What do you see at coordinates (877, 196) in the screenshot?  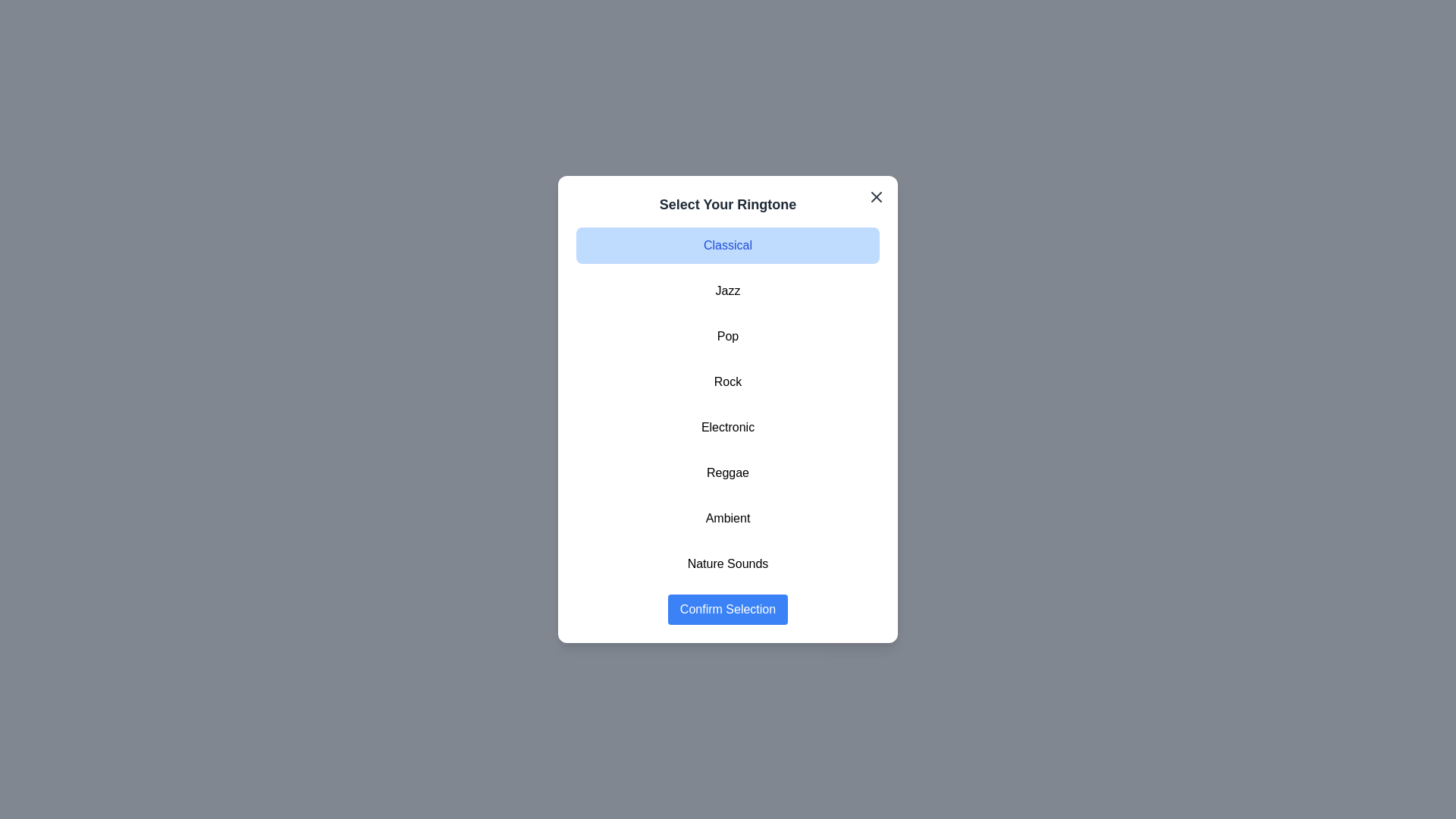 I see `the close button to close the dialog` at bounding box center [877, 196].